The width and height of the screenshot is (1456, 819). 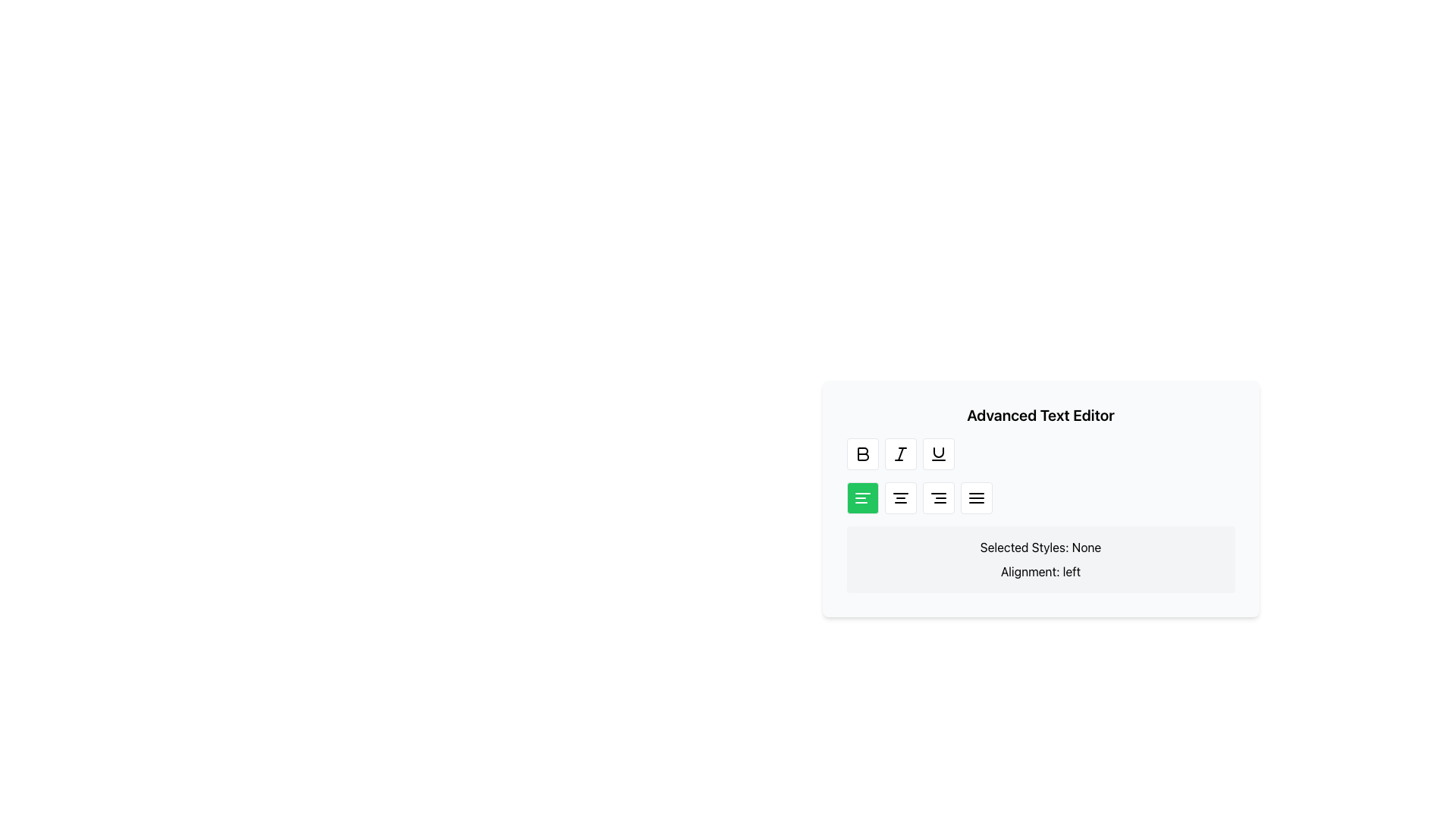 I want to click on the bold formatting button in the toolbar below the 'Advanced Text Editor' header, so click(x=862, y=453).